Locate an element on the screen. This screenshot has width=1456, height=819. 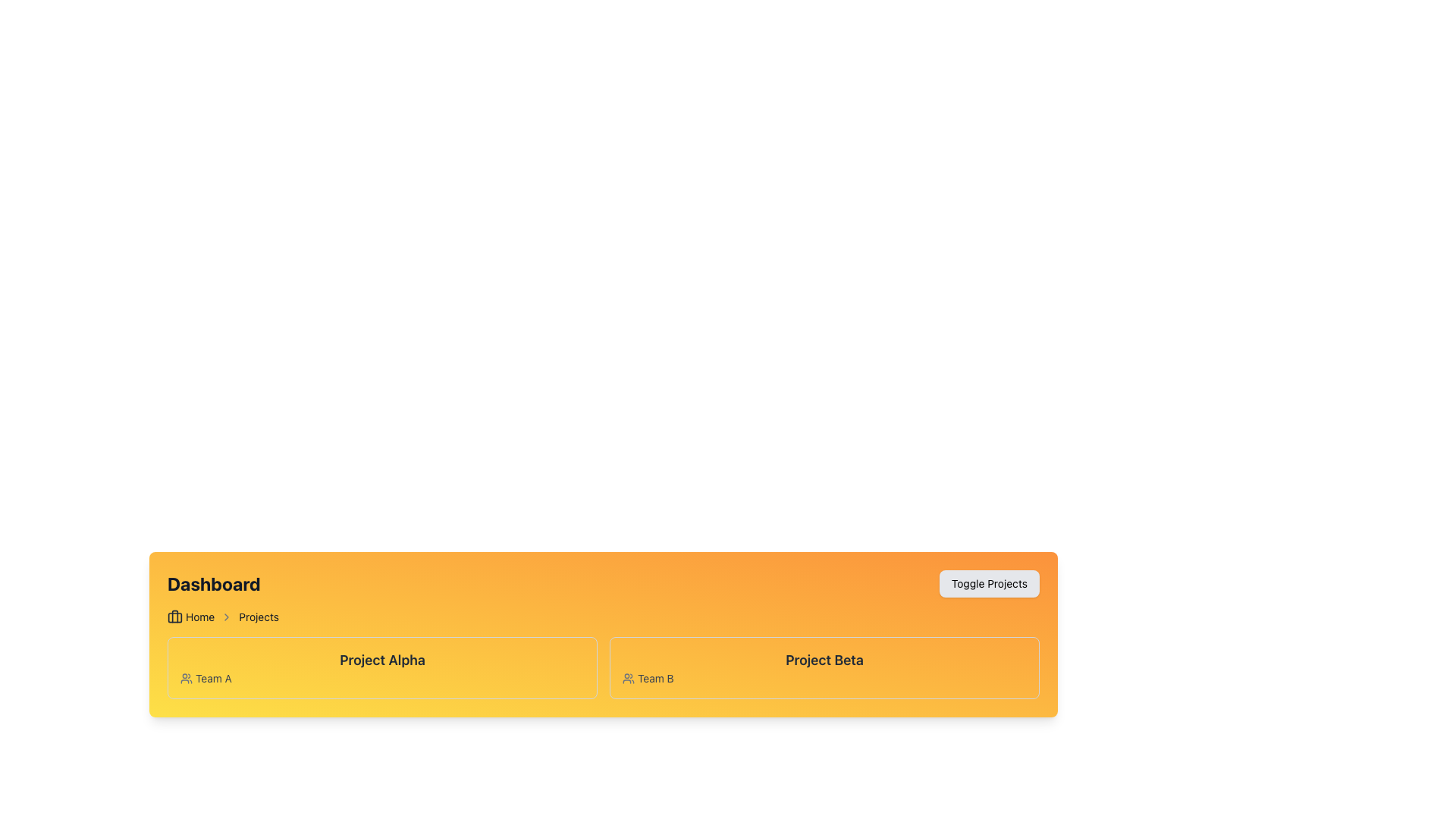
the 'Home' text label in the breadcrumb navigation bar, which indicates the user's current location within the application is located at coordinates (190, 617).